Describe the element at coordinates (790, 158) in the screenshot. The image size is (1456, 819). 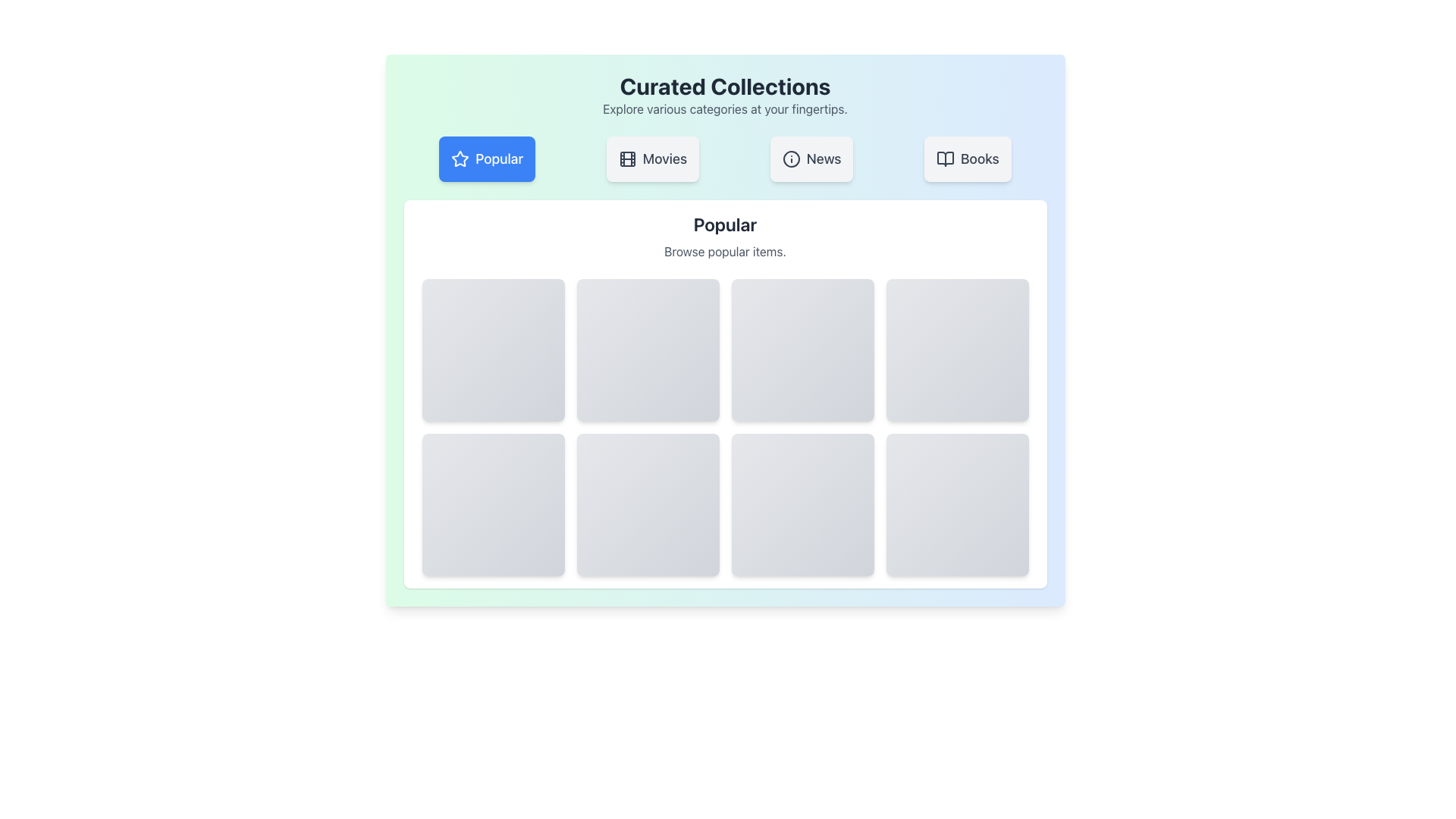
I see `the identifying icon next to the 'News' button` at that location.